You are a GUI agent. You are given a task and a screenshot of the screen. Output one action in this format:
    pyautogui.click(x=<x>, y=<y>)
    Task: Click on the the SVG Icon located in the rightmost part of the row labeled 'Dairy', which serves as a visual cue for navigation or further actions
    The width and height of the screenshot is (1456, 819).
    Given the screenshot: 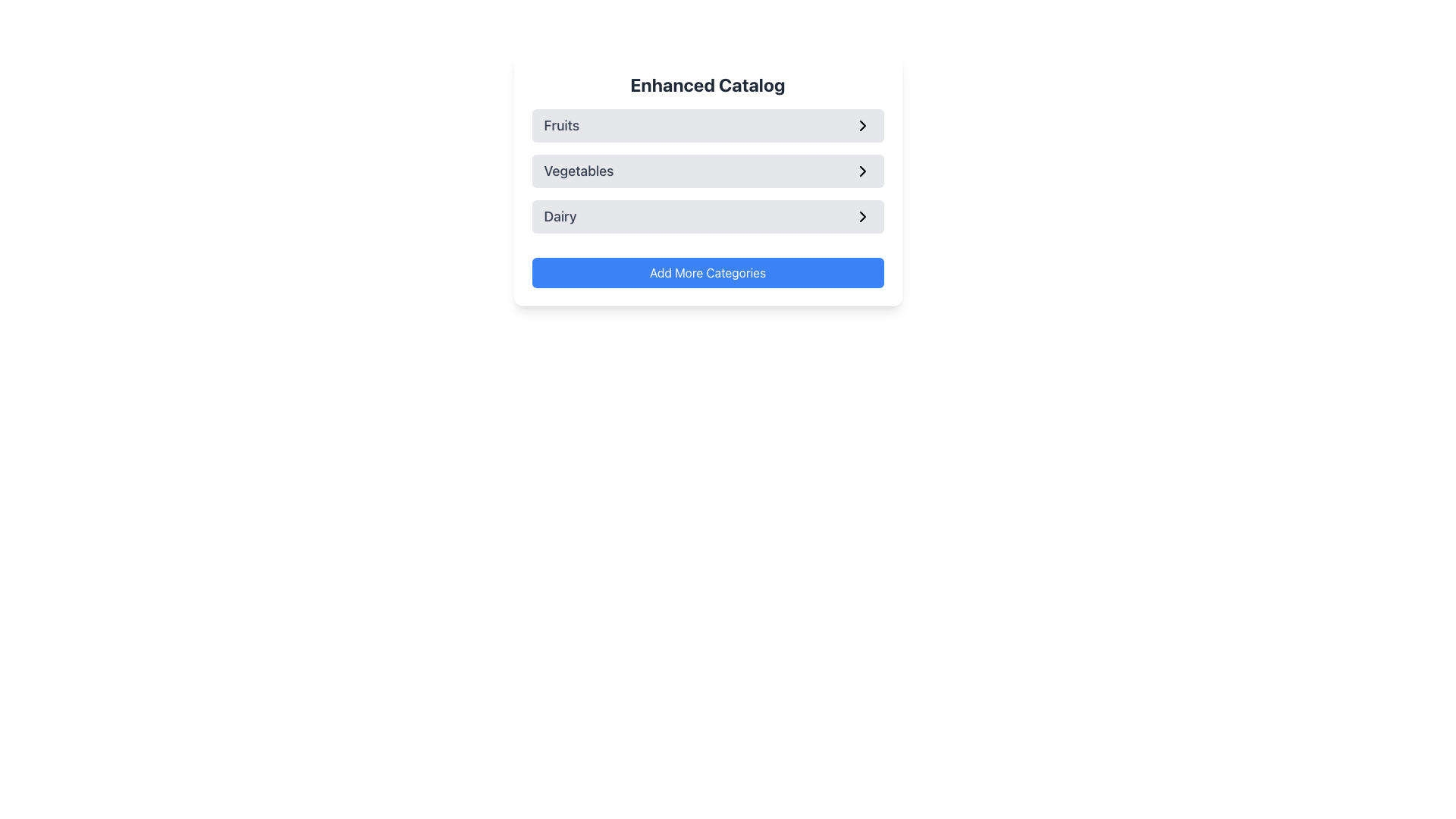 What is the action you would take?
    pyautogui.click(x=862, y=216)
    